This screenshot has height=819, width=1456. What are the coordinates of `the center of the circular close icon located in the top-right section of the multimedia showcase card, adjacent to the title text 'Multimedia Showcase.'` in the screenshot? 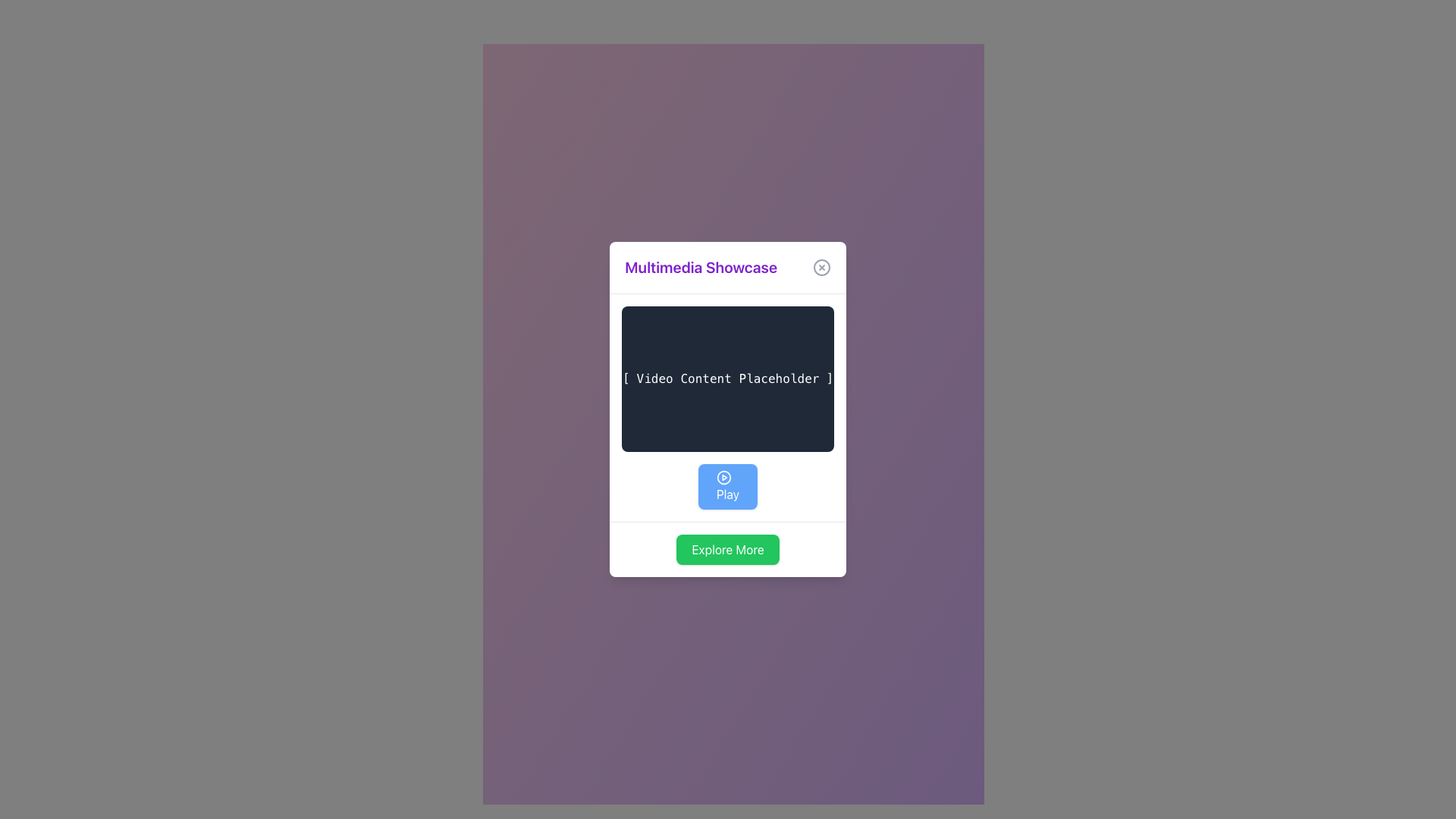 It's located at (821, 267).